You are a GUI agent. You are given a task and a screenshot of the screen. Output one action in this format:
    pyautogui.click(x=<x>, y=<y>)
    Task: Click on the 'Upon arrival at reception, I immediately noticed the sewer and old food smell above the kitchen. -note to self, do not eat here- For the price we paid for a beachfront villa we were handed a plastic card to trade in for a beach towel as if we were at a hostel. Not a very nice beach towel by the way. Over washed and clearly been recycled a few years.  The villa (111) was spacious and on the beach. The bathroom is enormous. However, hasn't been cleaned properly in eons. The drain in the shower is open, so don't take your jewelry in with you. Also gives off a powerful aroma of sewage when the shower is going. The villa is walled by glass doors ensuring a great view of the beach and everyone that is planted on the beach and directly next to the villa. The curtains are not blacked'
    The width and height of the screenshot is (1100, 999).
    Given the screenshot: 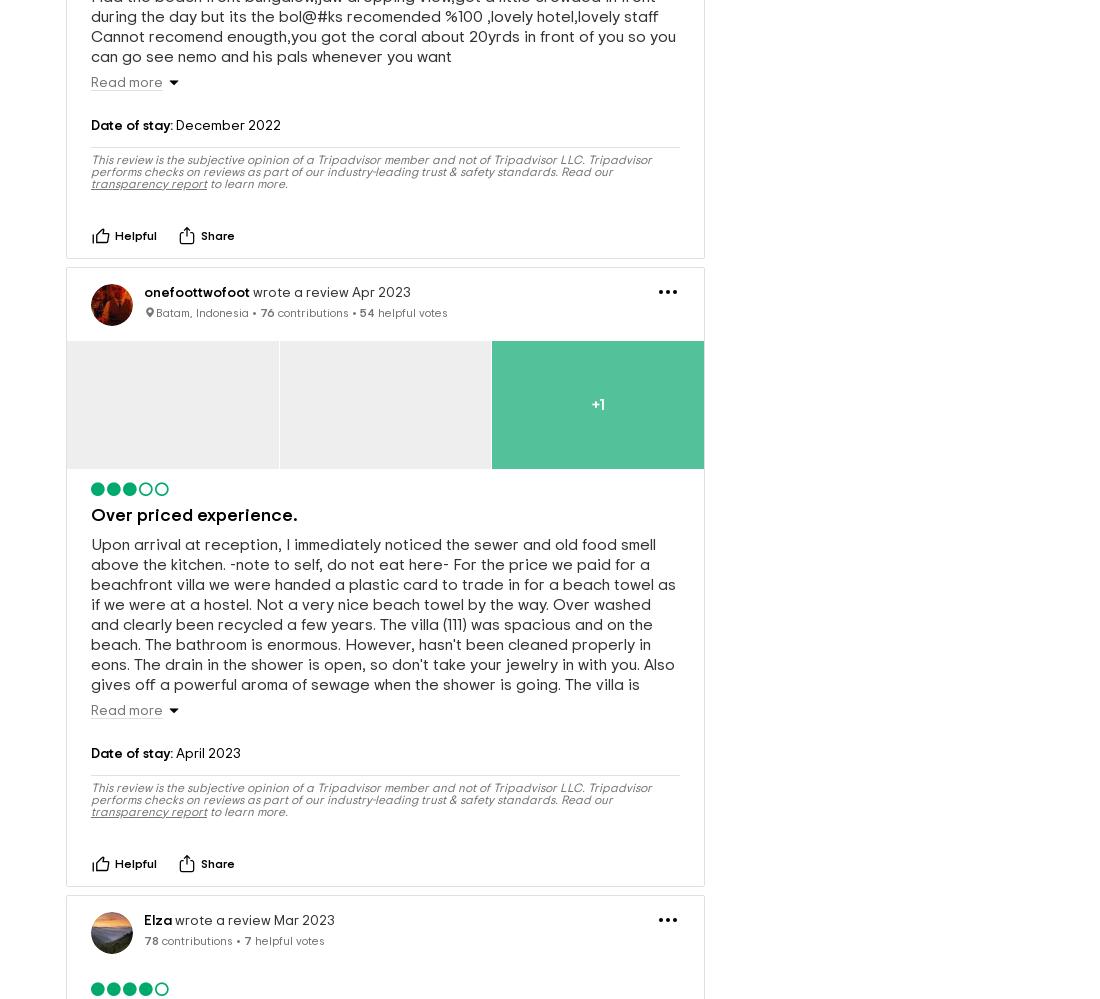 What is the action you would take?
    pyautogui.click(x=383, y=610)
    